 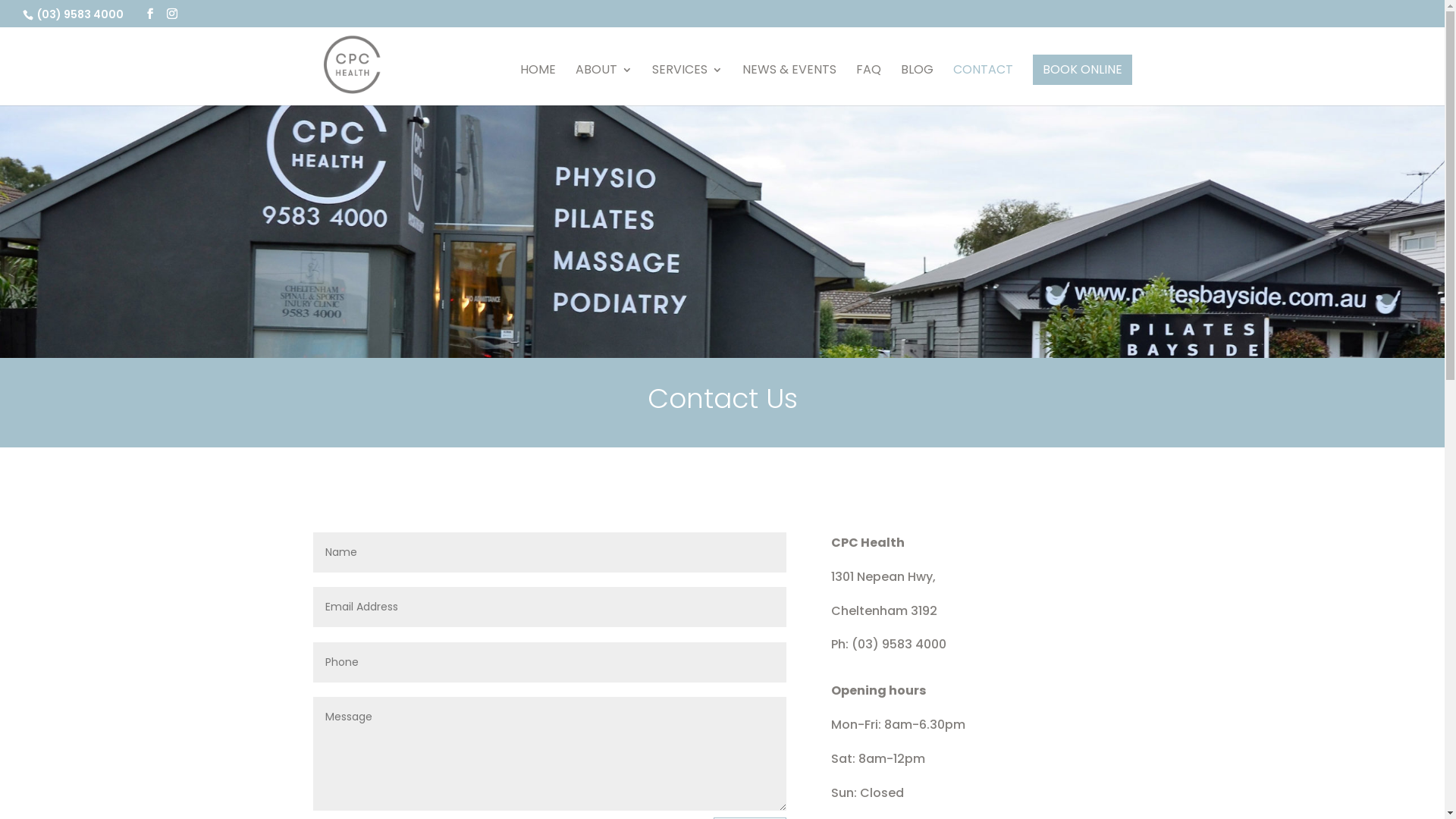 I want to click on 'CONTACT', so click(x=982, y=84).